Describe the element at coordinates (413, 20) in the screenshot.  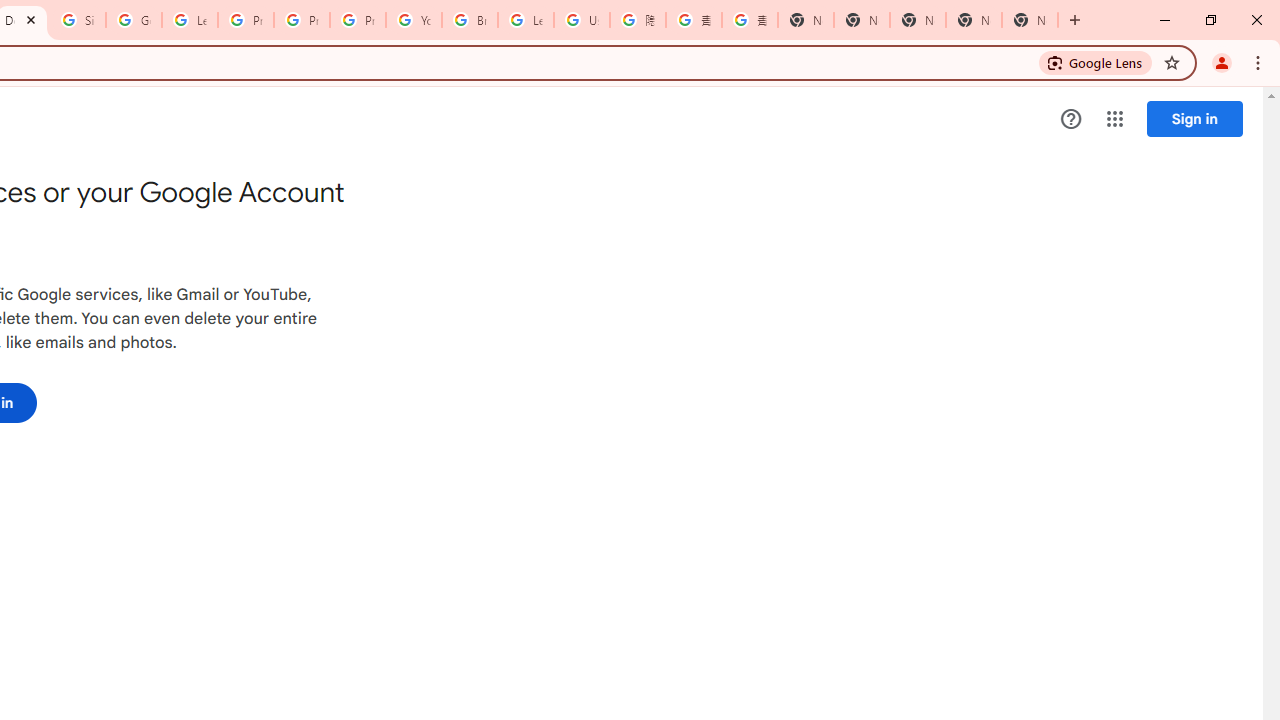
I see `'YouTube'` at that location.